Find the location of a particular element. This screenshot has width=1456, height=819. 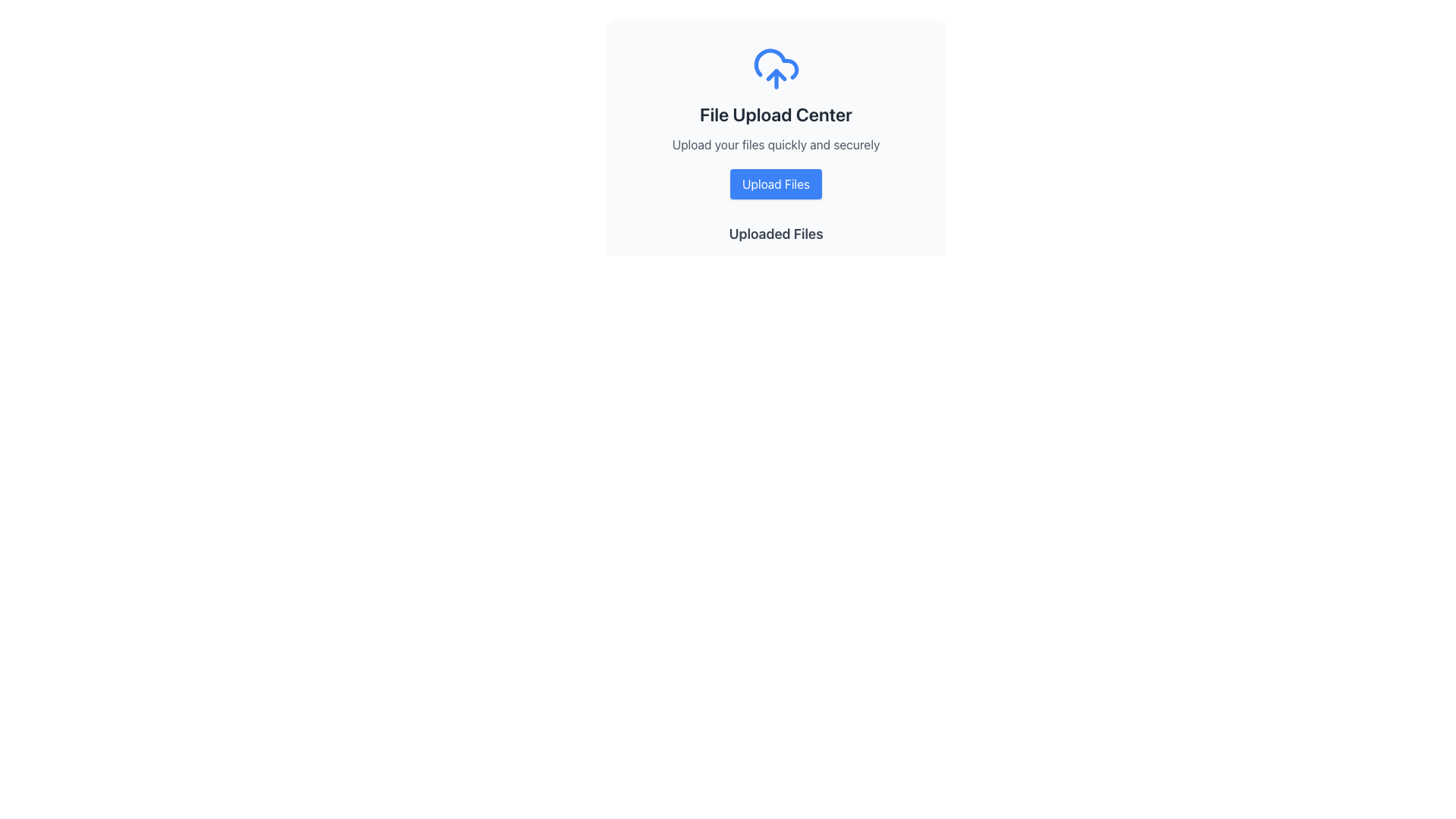

the text label that reads 'Upload your files quickly and securely', which is located beneath the 'File Upload Center' title and above the 'Upload Files' button is located at coordinates (776, 145).